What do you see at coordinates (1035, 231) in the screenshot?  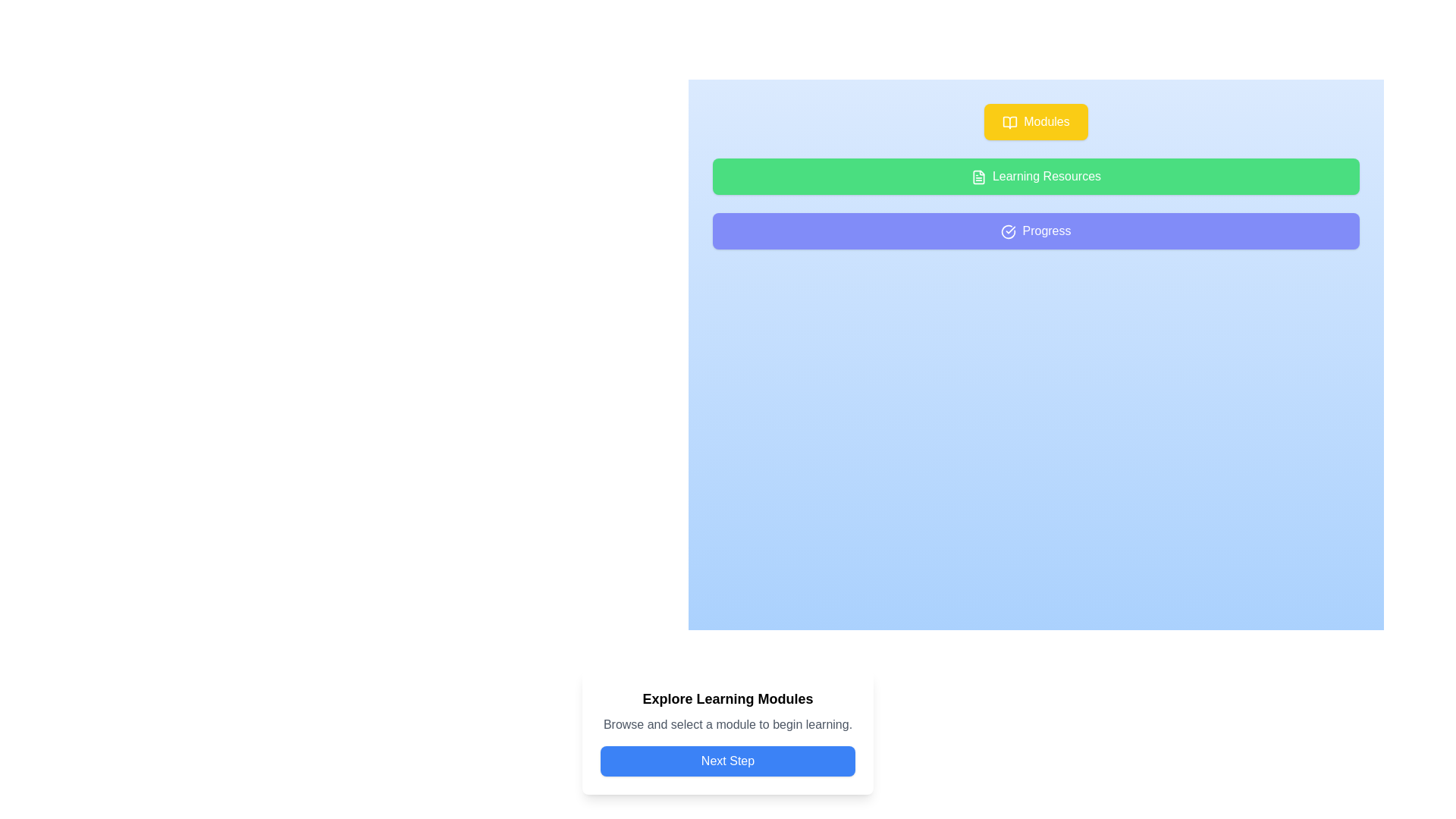 I see `the 'Progress' button, which is the third button in the group, featuring a purple background and white text with a check mark icon` at bounding box center [1035, 231].